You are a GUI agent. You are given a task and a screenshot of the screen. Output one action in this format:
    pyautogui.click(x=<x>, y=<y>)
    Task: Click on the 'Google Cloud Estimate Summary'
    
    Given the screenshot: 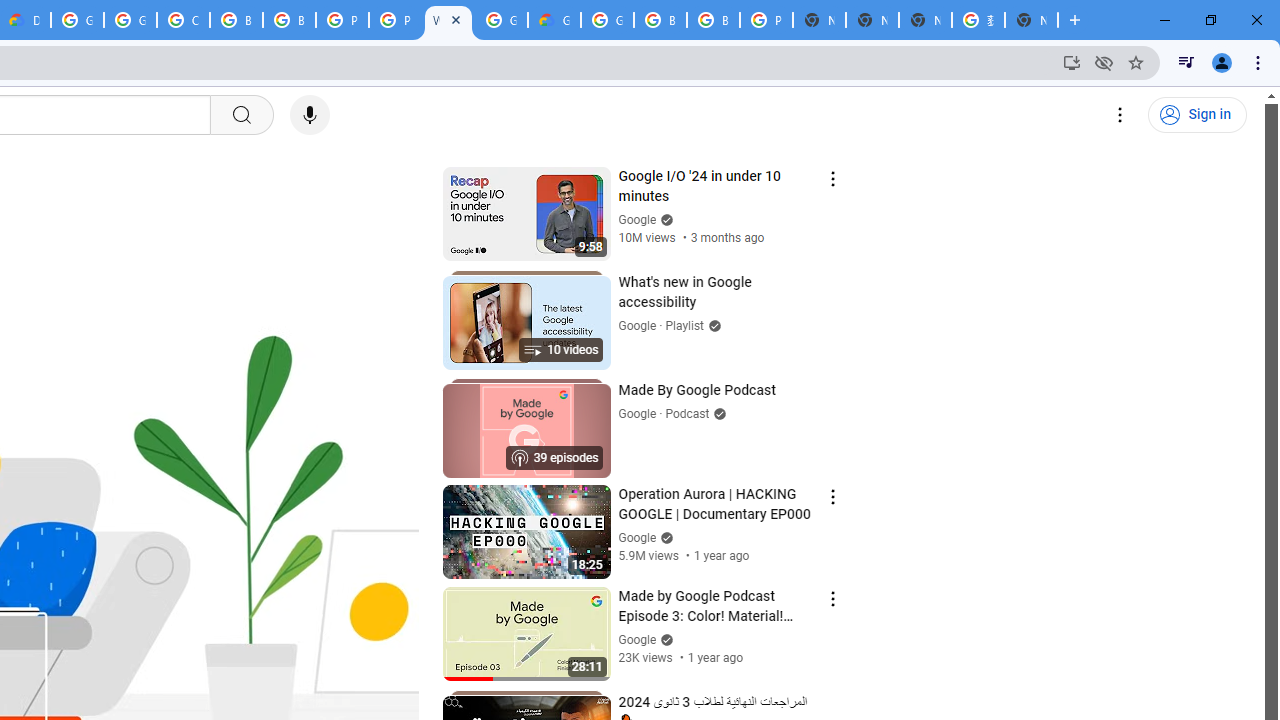 What is the action you would take?
    pyautogui.click(x=554, y=20)
    